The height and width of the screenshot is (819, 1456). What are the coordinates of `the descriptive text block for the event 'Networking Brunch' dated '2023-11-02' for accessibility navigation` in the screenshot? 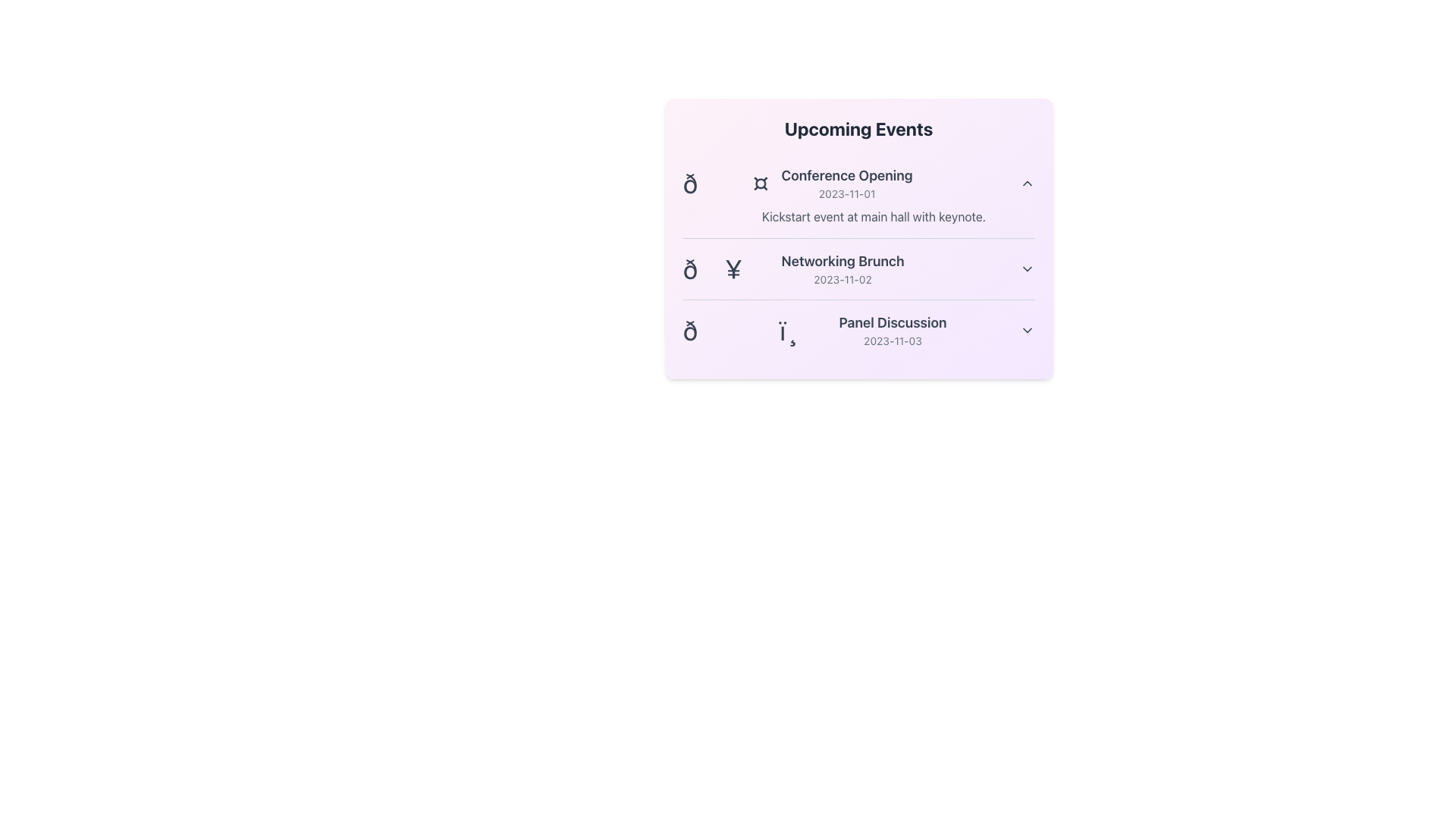 It's located at (792, 268).